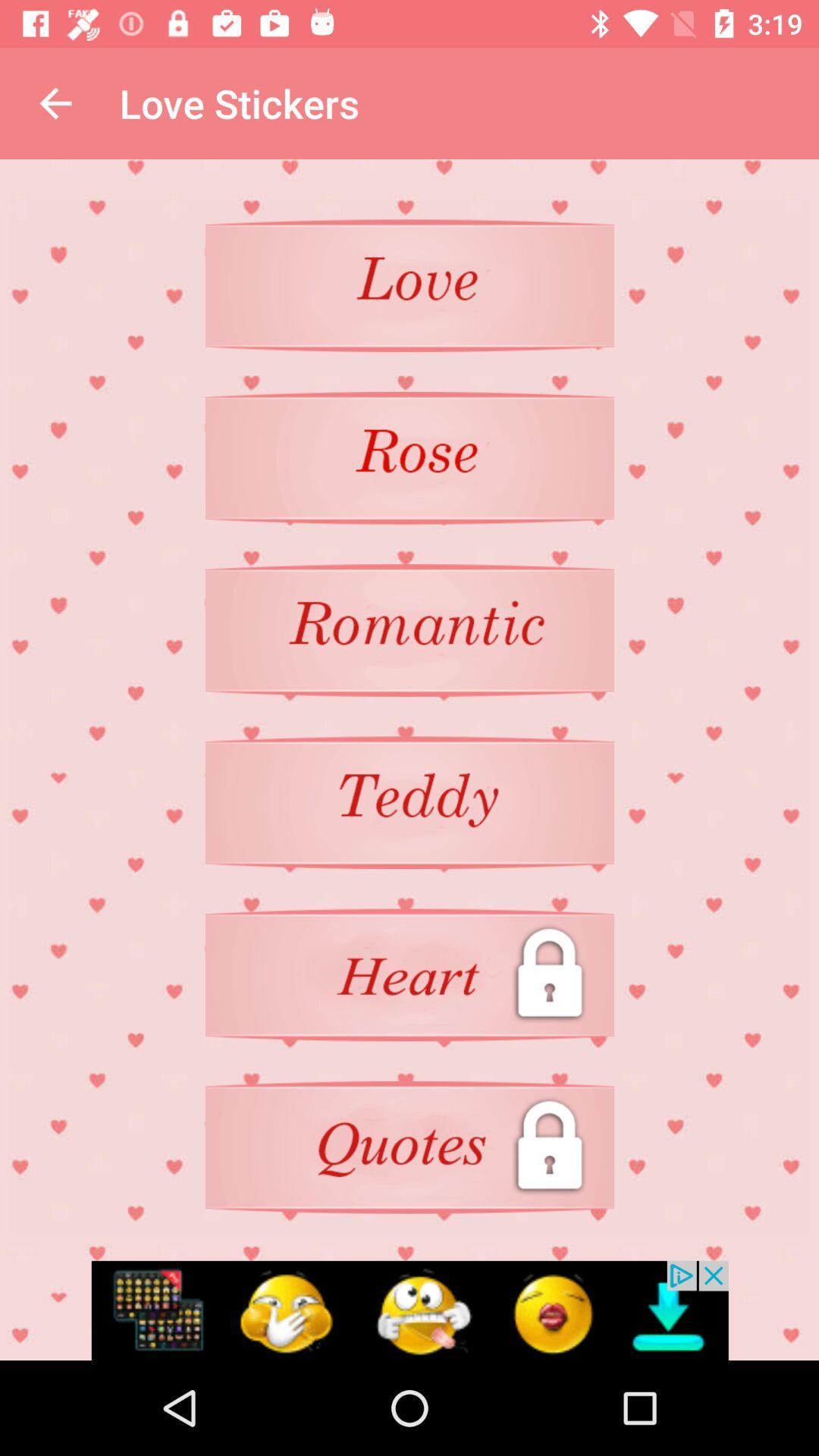  Describe the element at coordinates (409, 802) in the screenshot. I see `the teddy sticker` at that location.